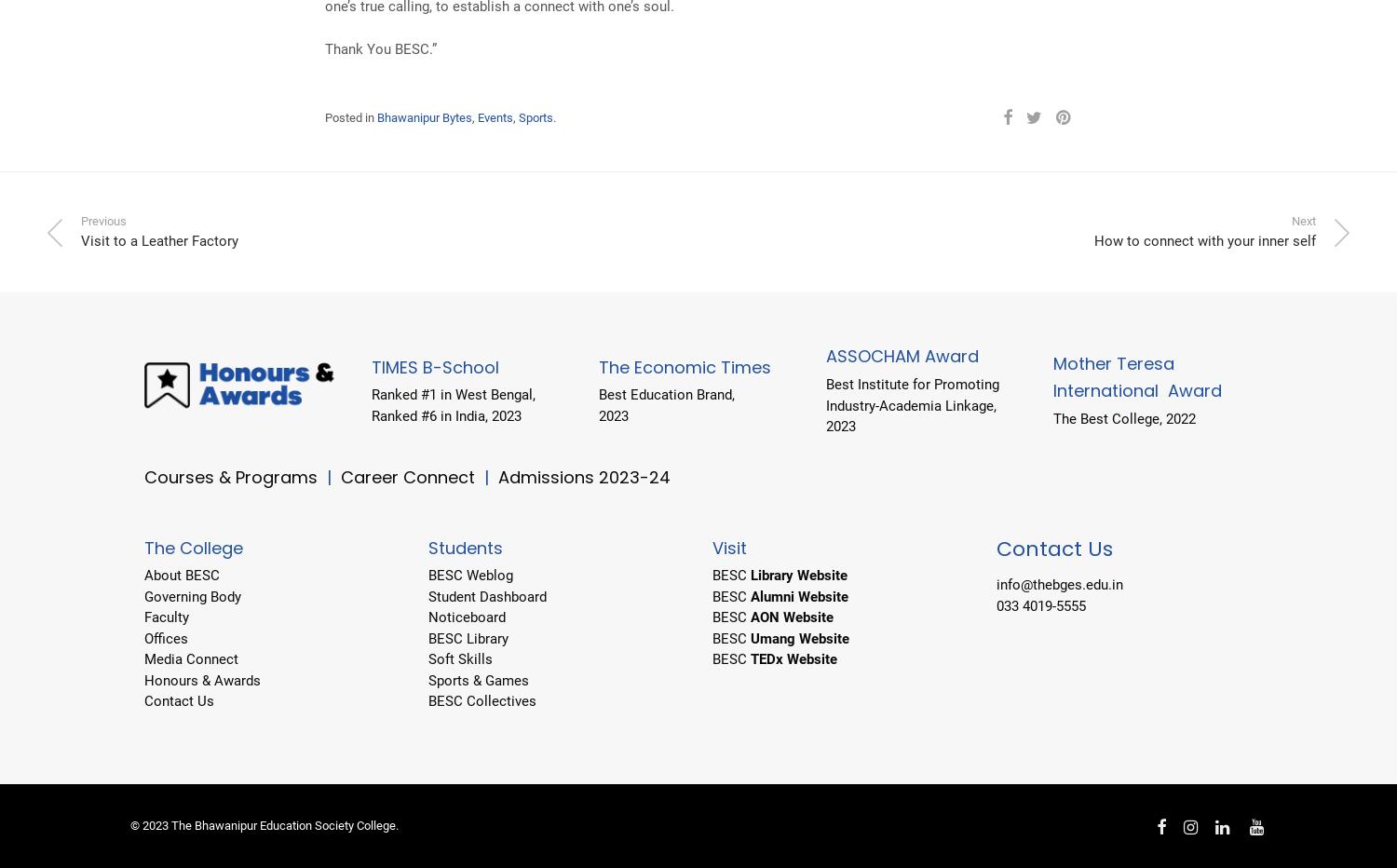  Describe the element at coordinates (1039, 604) in the screenshot. I see `'033 4019-5555'` at that location.